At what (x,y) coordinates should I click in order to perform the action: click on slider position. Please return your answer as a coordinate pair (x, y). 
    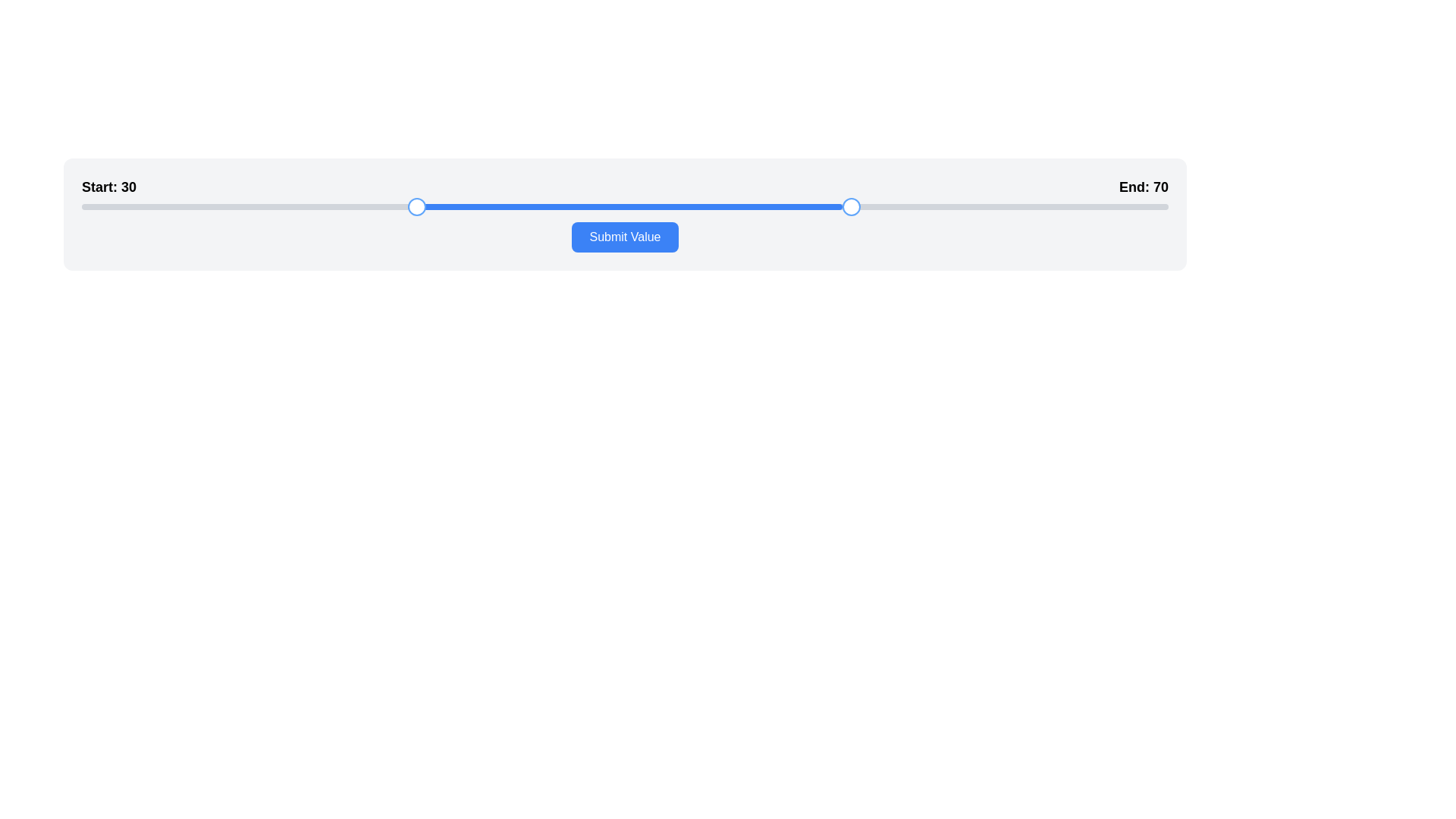
    Looking at the image, I should click on (238, 207).